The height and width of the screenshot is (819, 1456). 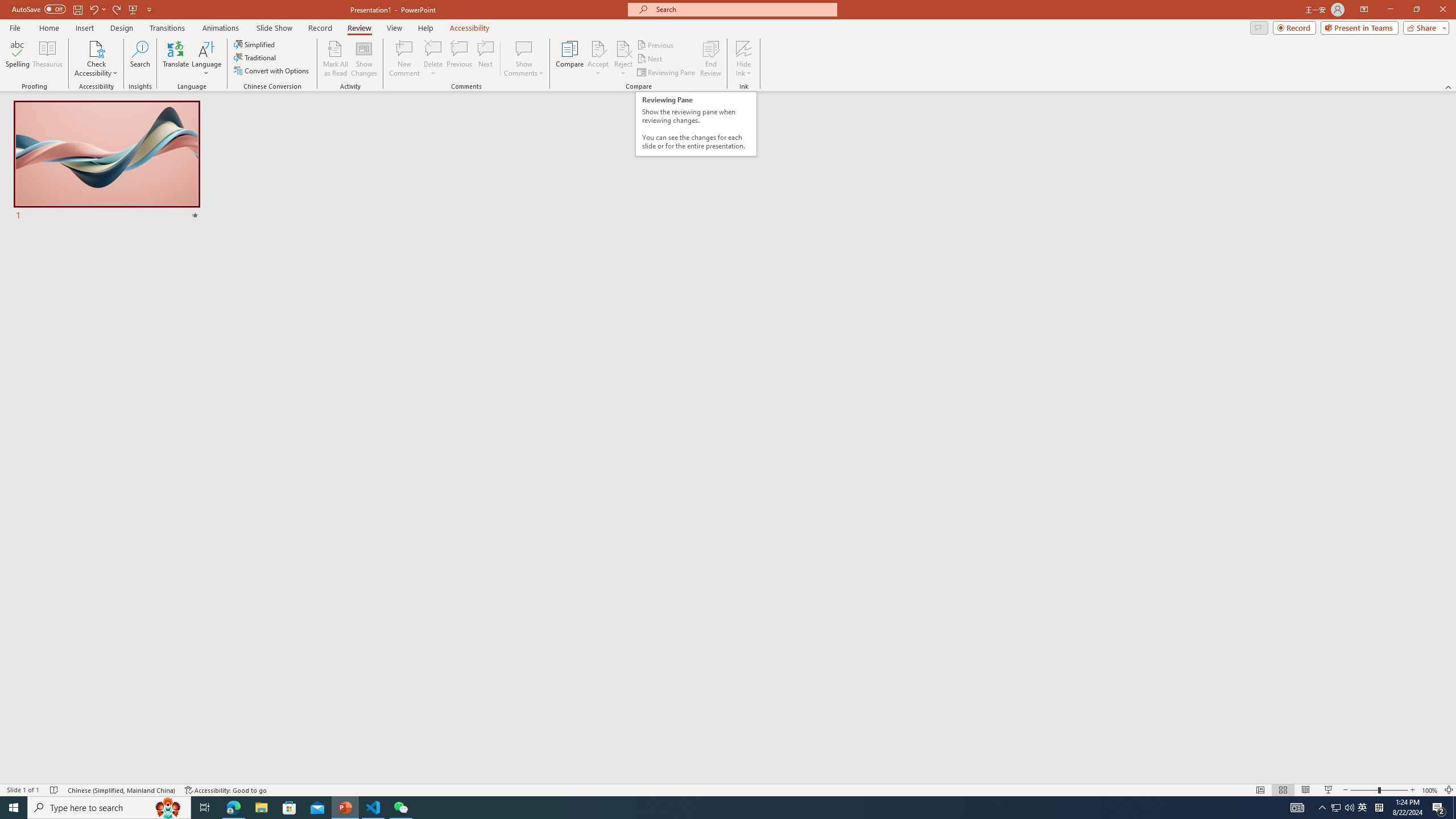 I want to click on 'Reject', so click(x=622, y=59).